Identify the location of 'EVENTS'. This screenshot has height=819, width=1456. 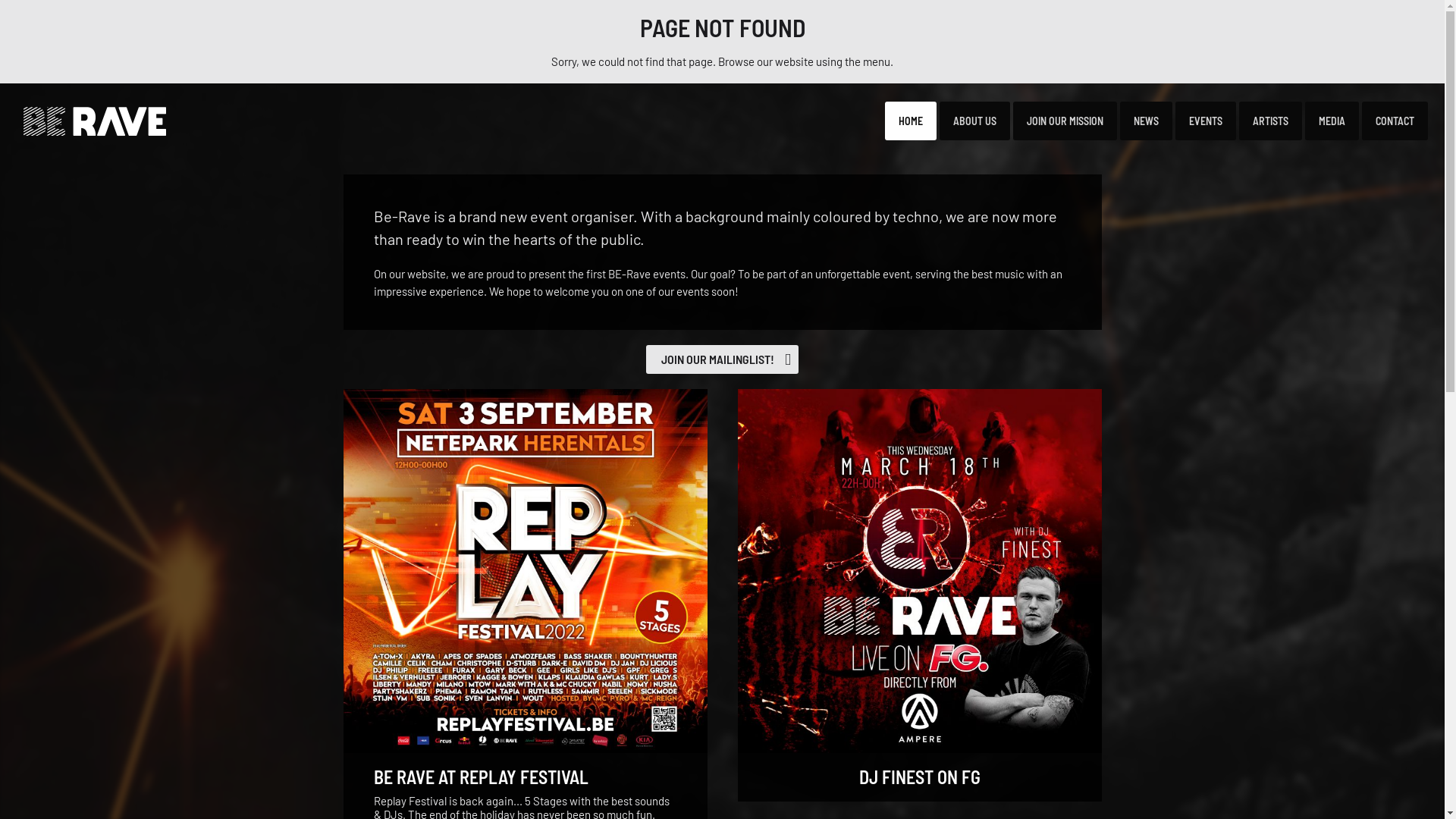
(1204, 120).